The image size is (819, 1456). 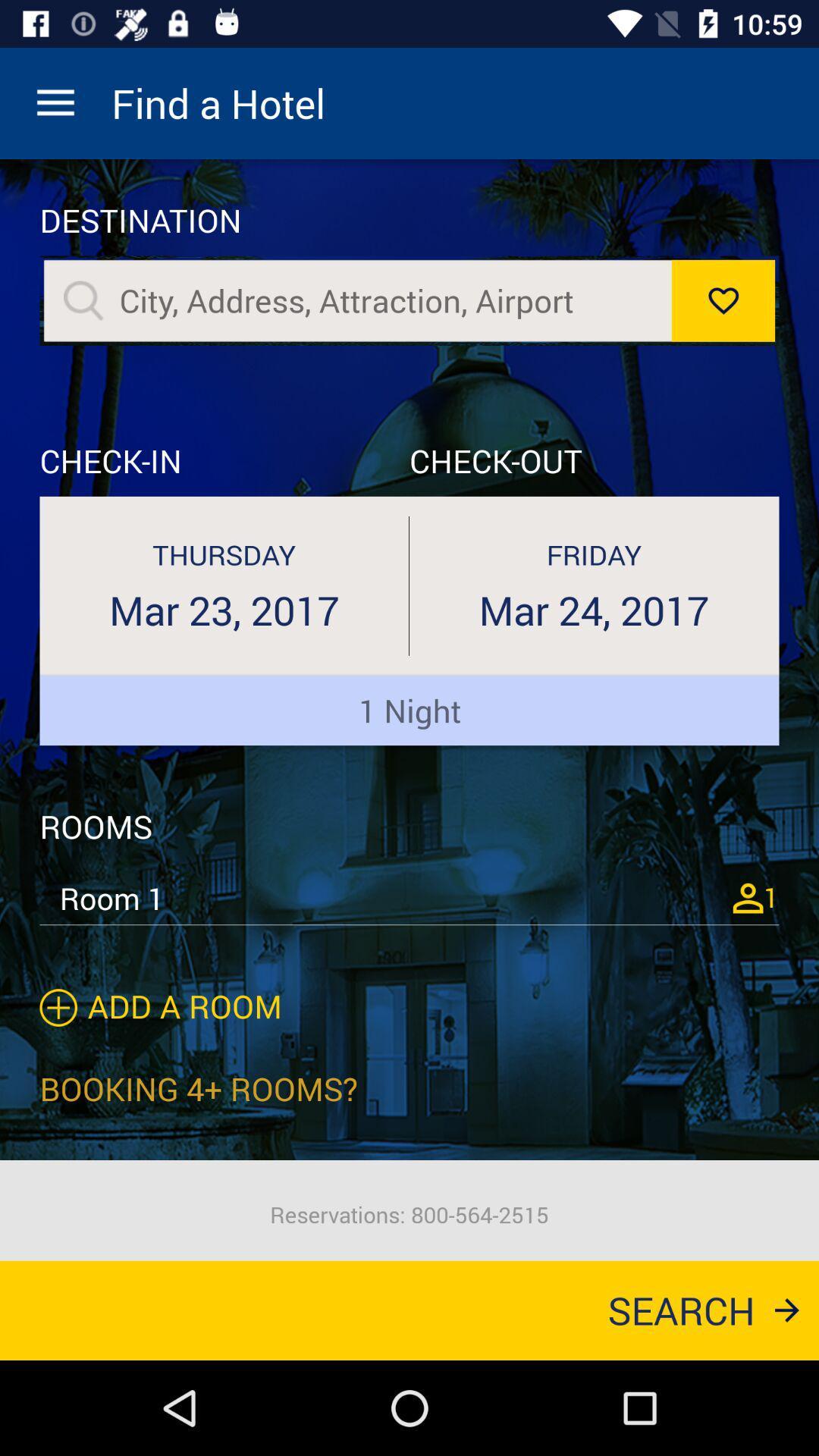 What do you see at coordinates (722, 300) in the screenshot?
I see `the favorite icon` at bounding box center [722, 300].